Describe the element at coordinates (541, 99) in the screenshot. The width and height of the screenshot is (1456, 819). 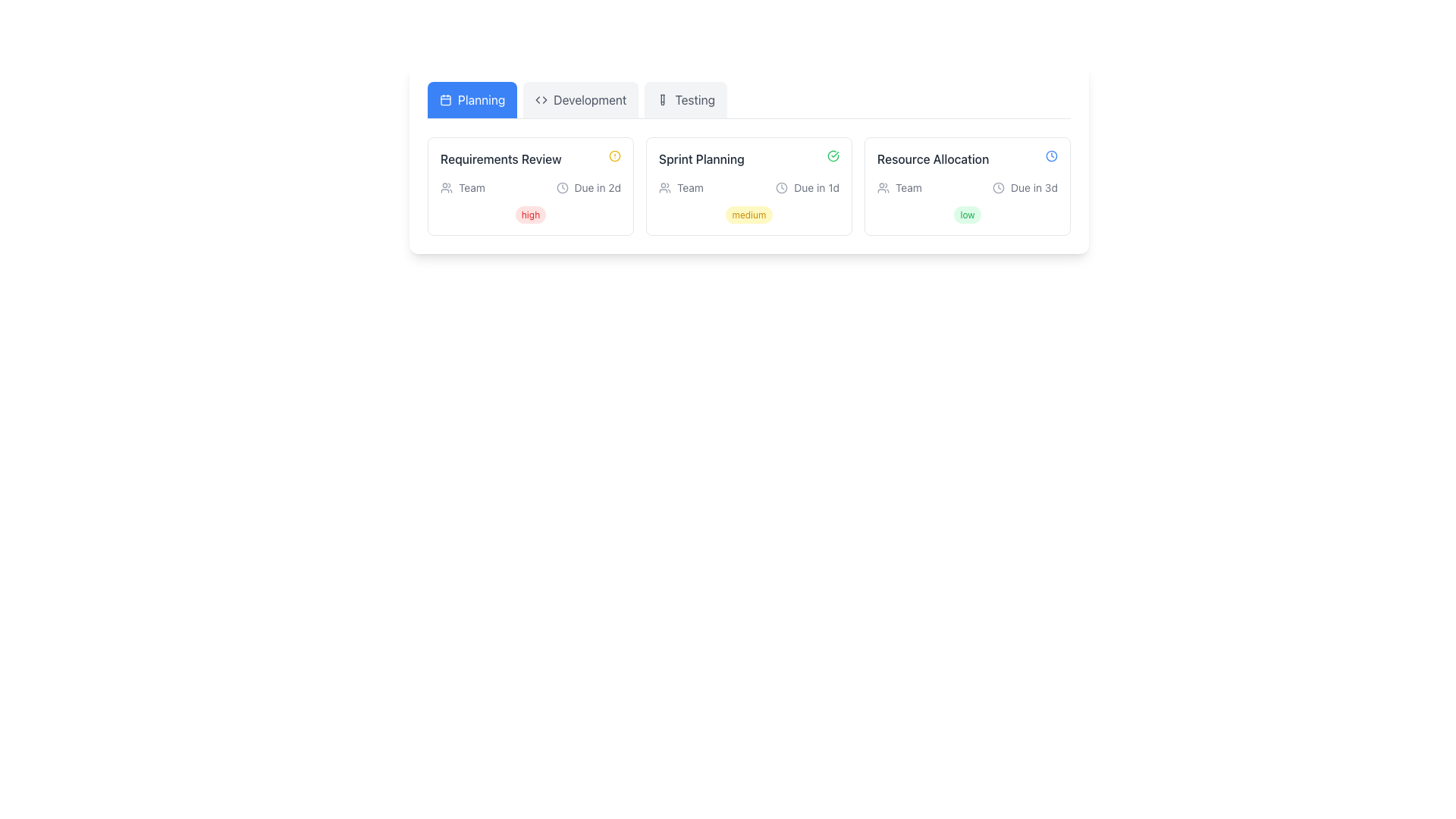
I see `the small, stylized icon resembling a pair of arrows pointing towards each other located within the 'Development' tab` at that location.